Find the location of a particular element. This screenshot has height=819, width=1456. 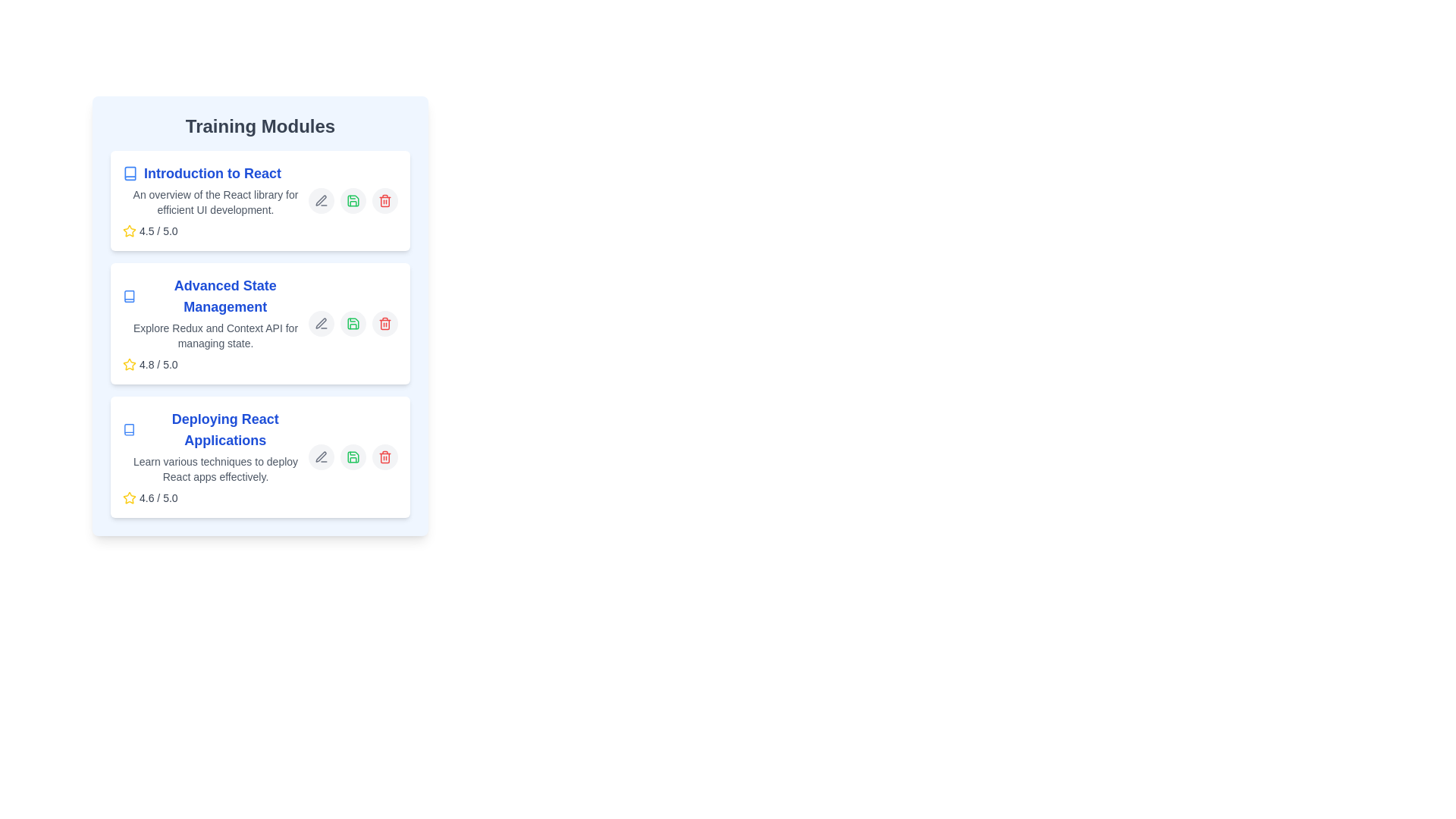

the Text label that reads 'Introduction to React' with an inline book icon, which serves as the main heading of the React training module is located at coordinates (215, 172).